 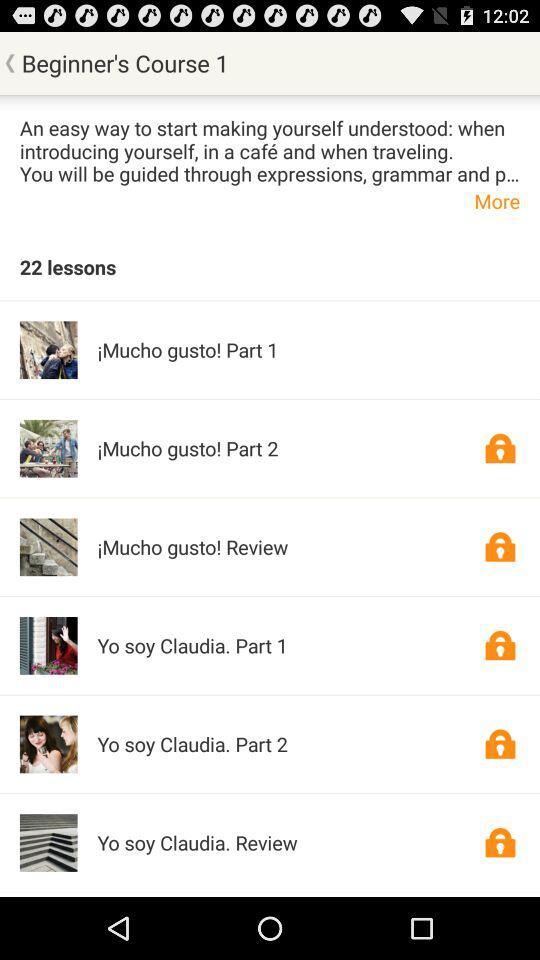 What do you see at coordinates (499, 448) in the screenshot?
I see `premium content` at bounding box center [499, 448].